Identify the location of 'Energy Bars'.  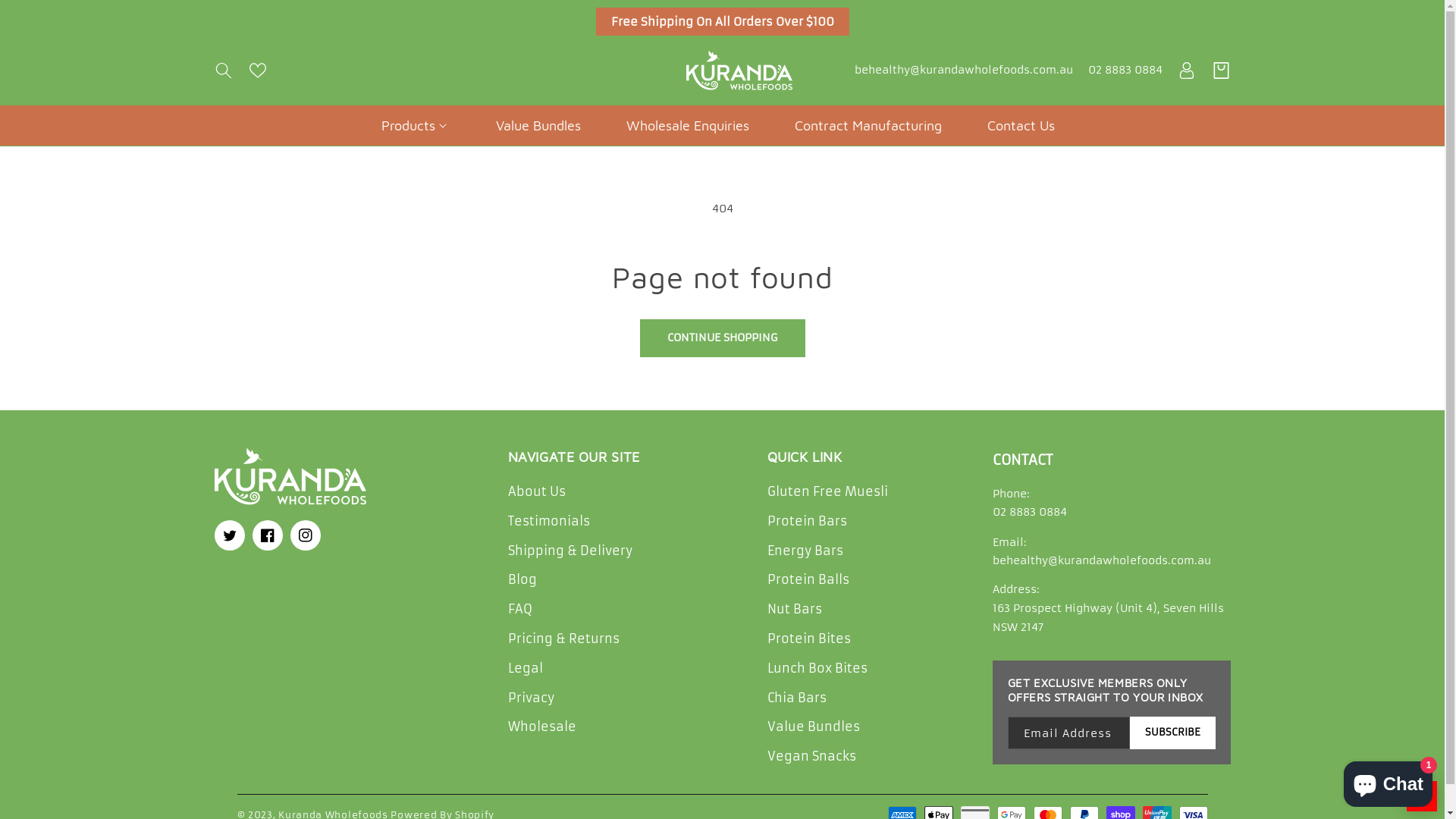
(804, 551).